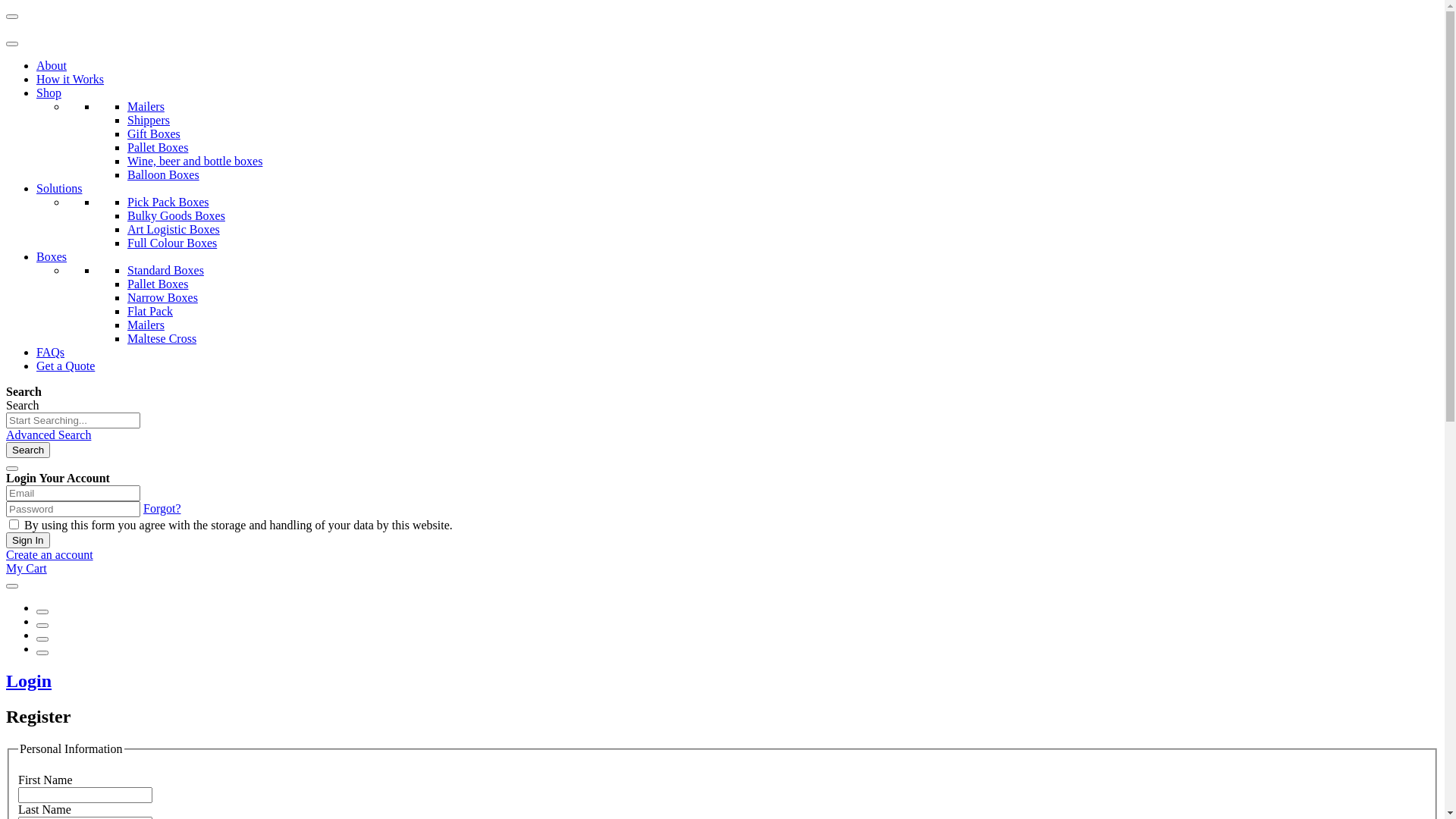 This screenshot has height=819, width=1456. What do you see at coordinates (51, 256) in the screenshot?
I see `'Boxes'` at bounding box center [51, 256].